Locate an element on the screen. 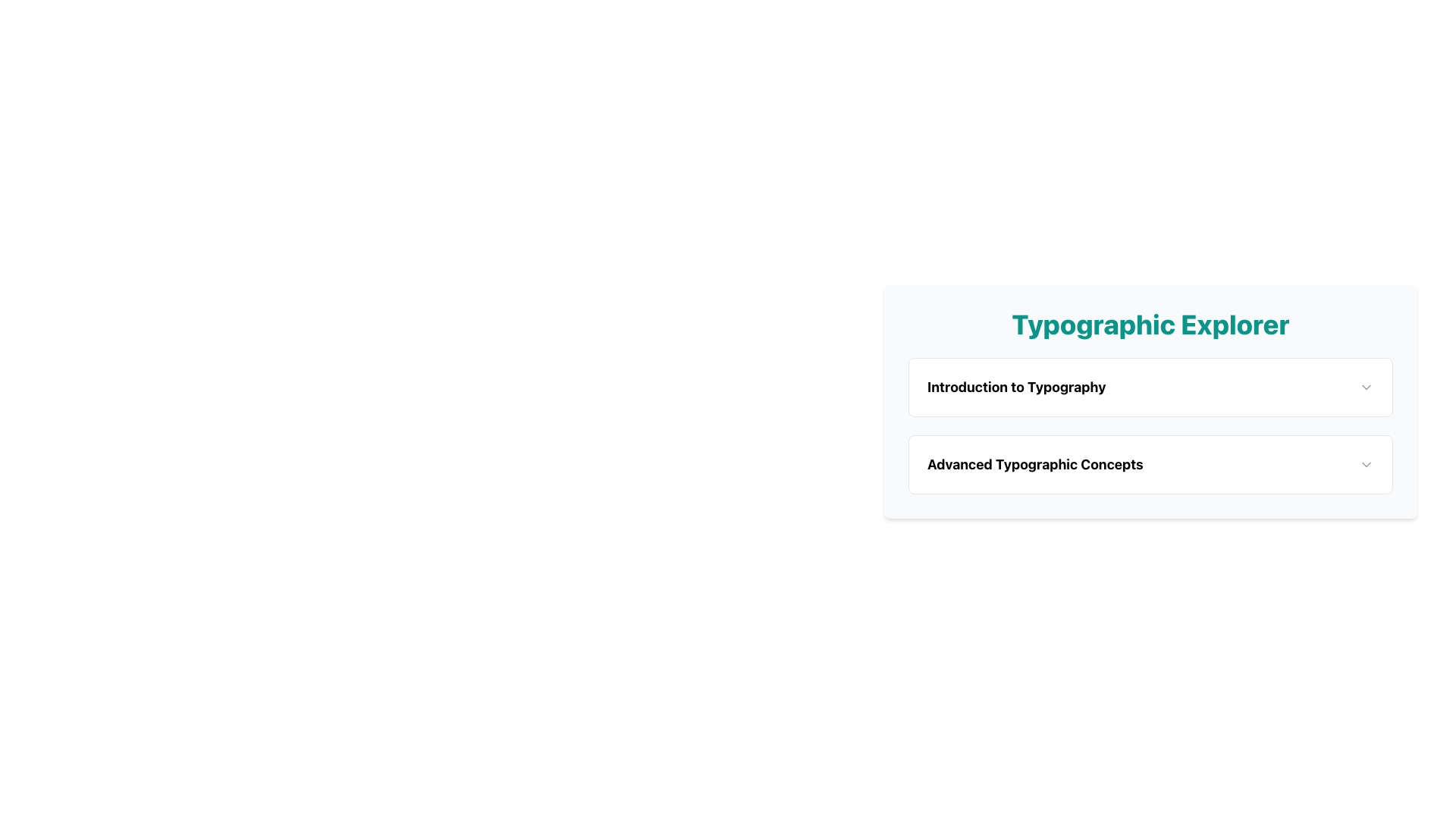 Image resolution: width=1456 pixels, height=819 pixels. the 'Advanced Typographic Concepts' dropdown menu item is located at coordinates (1150, 464).